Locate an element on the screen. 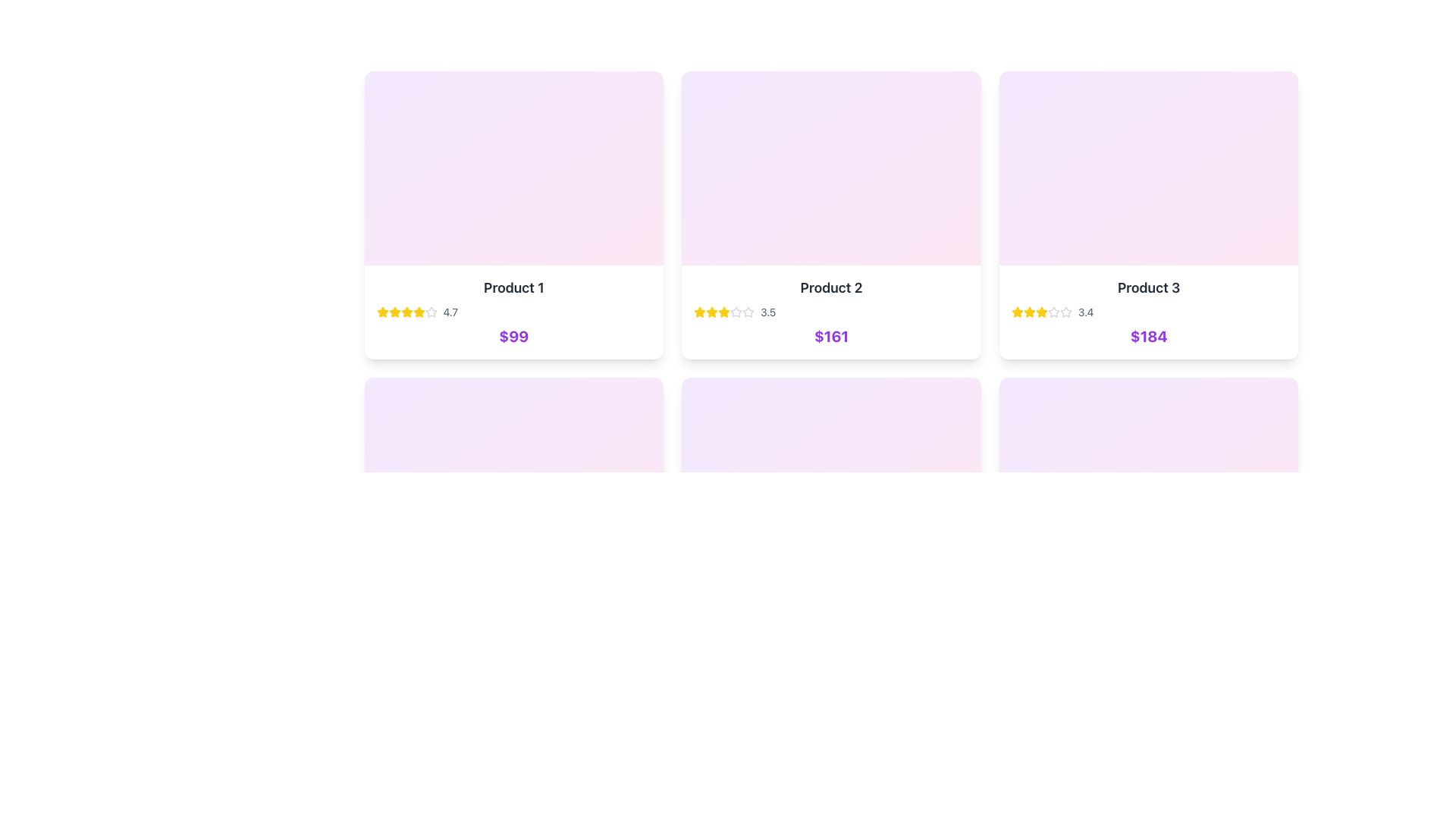 This screenshot has height=819, width=1456. fifth star icon in the rating system of the 'Product 1' card, which indicates the maximum rating score in a five-star rating system is located at coordinates (430, 311).